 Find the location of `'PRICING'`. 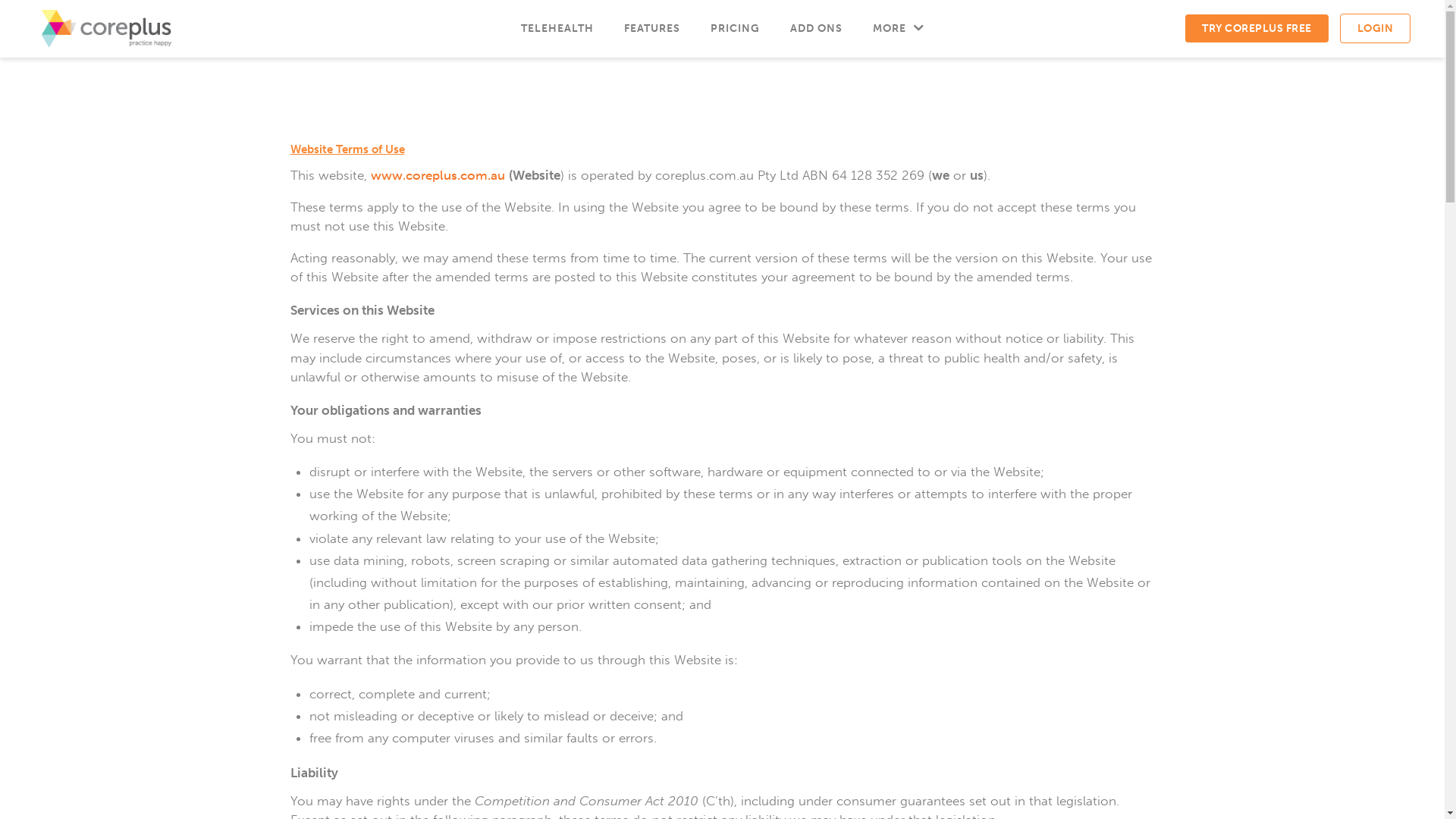

'PRICING' is located at coordinates (694, 28).